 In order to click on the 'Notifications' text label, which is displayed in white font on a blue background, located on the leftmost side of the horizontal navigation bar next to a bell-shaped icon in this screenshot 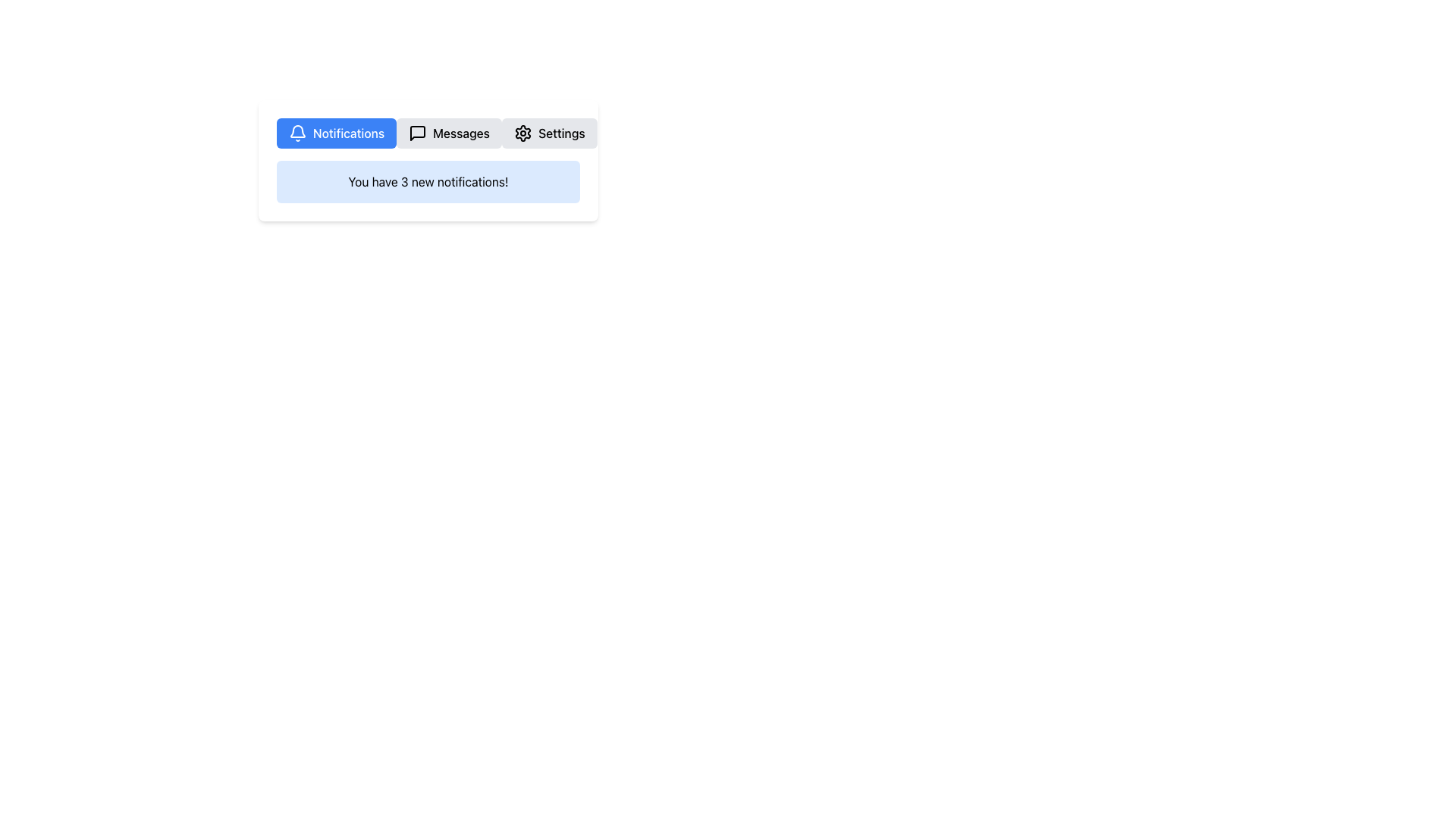, I will do `click(348, 133)`.